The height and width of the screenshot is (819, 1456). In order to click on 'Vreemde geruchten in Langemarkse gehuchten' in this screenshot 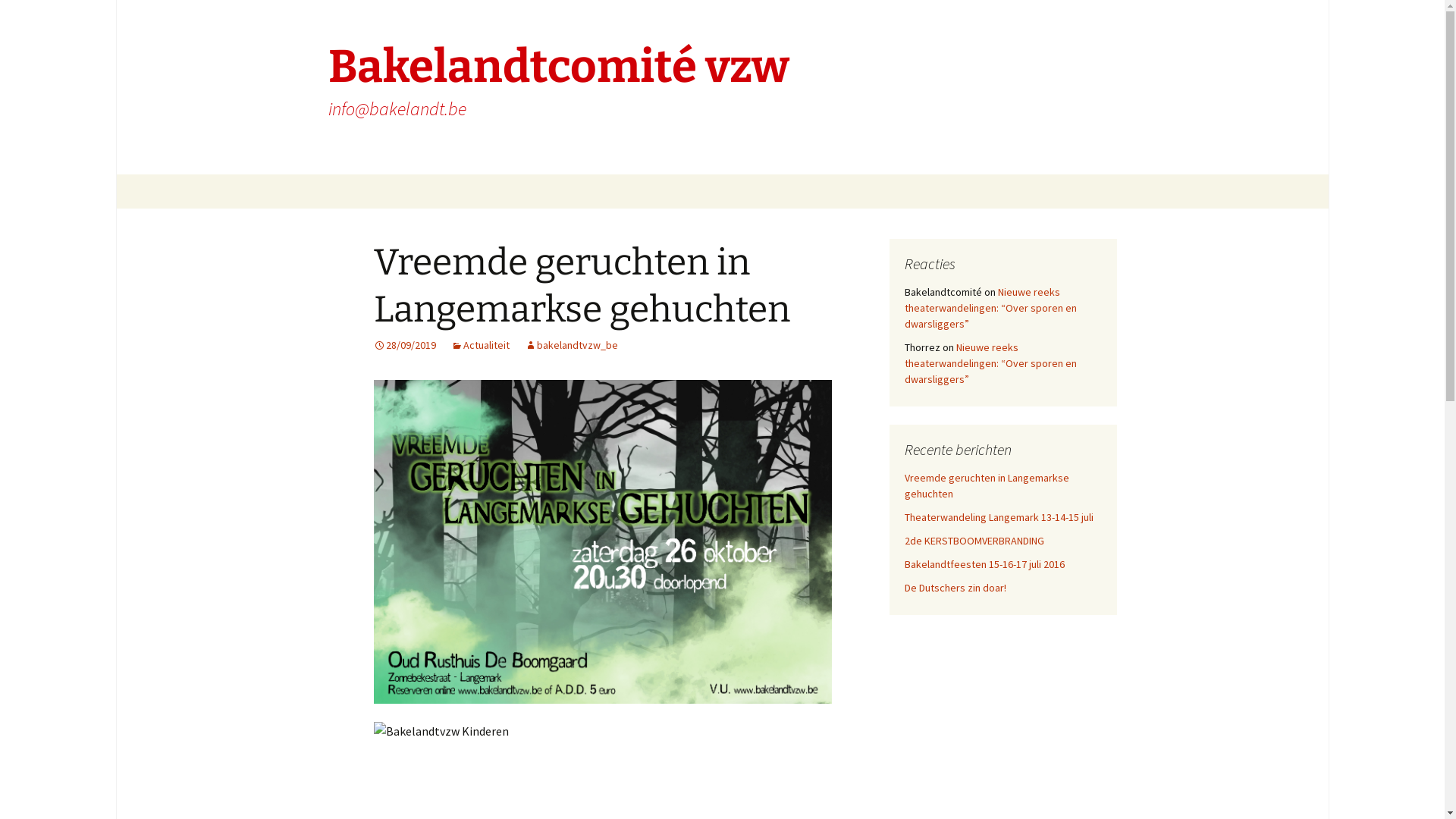, I will do `click(580, 286)`.